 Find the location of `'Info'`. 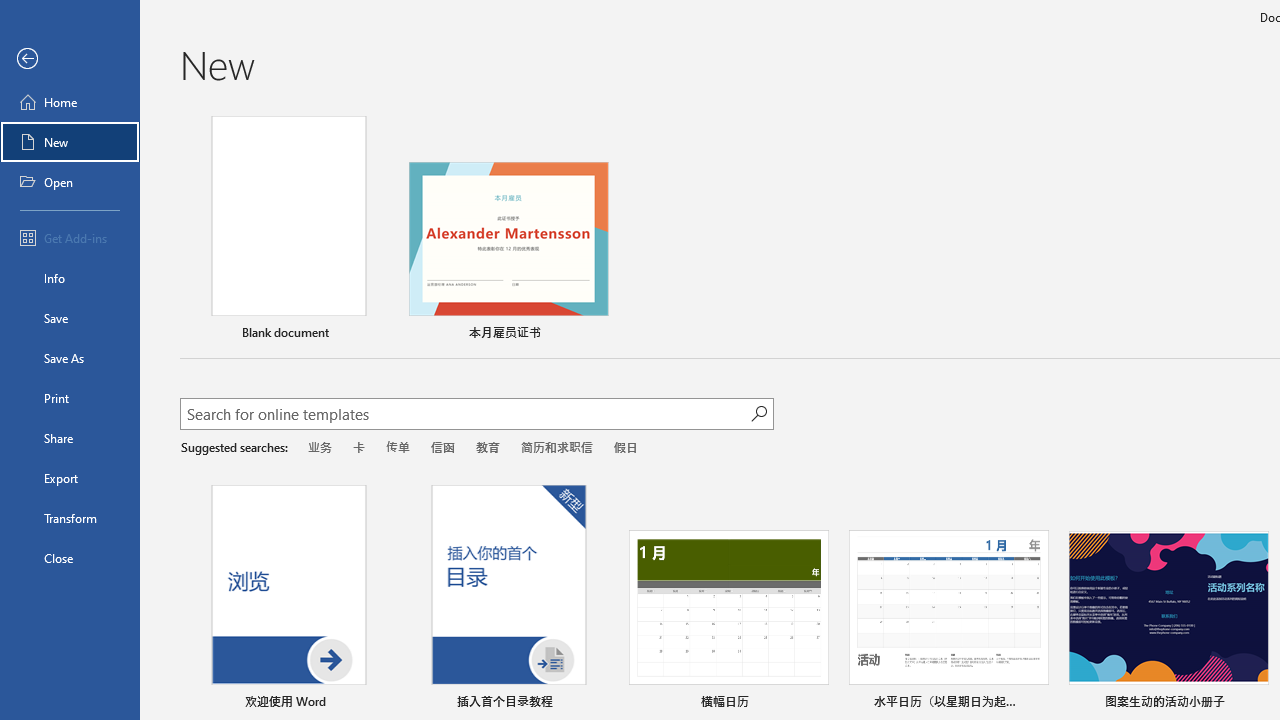

'Info' is located at coordinates (69, 277).